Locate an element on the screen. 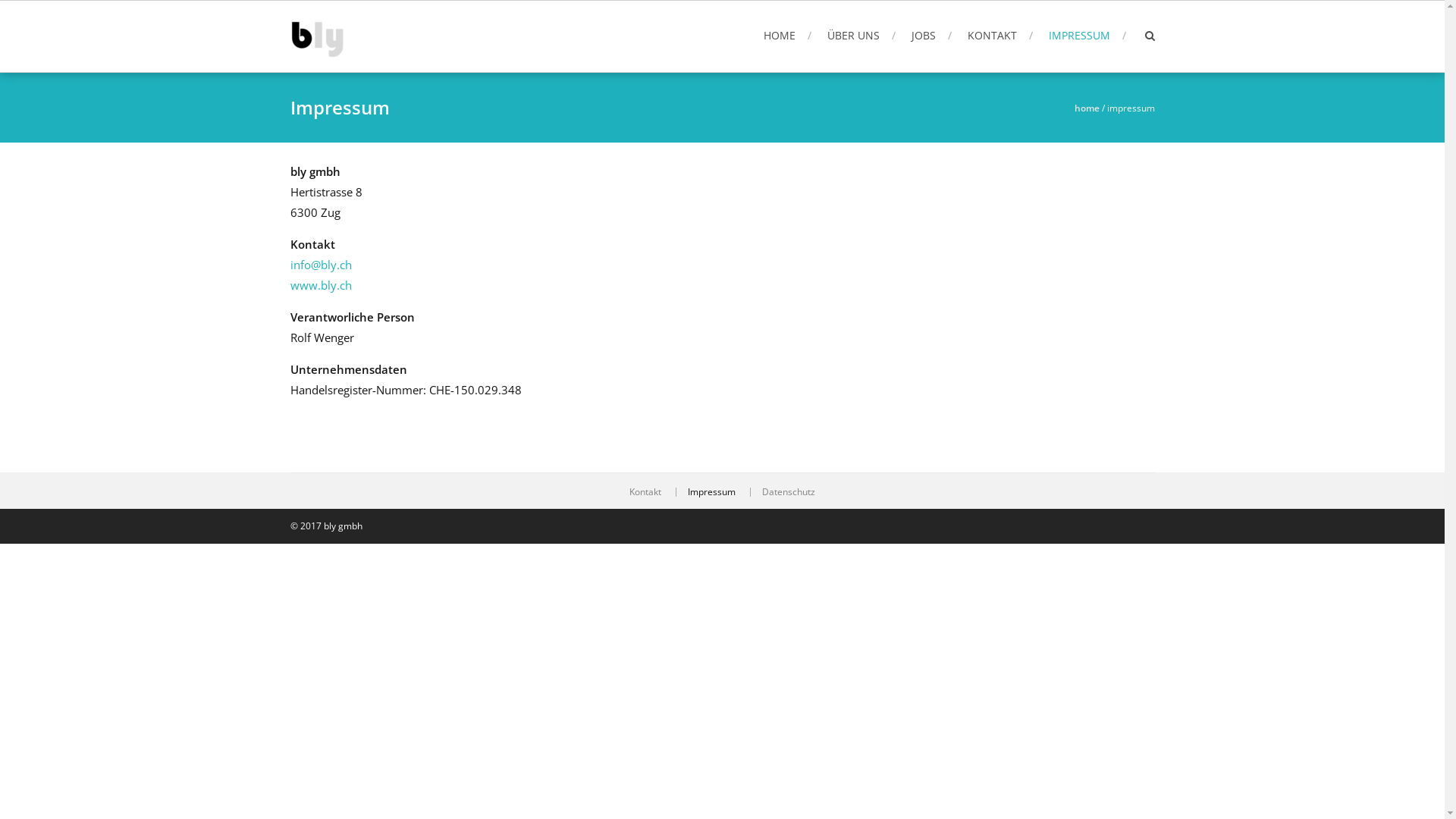 Image resolution: width=1456 pixels, height=819 pixels. 'Datenschutz' is located at coordinates (788, 491).